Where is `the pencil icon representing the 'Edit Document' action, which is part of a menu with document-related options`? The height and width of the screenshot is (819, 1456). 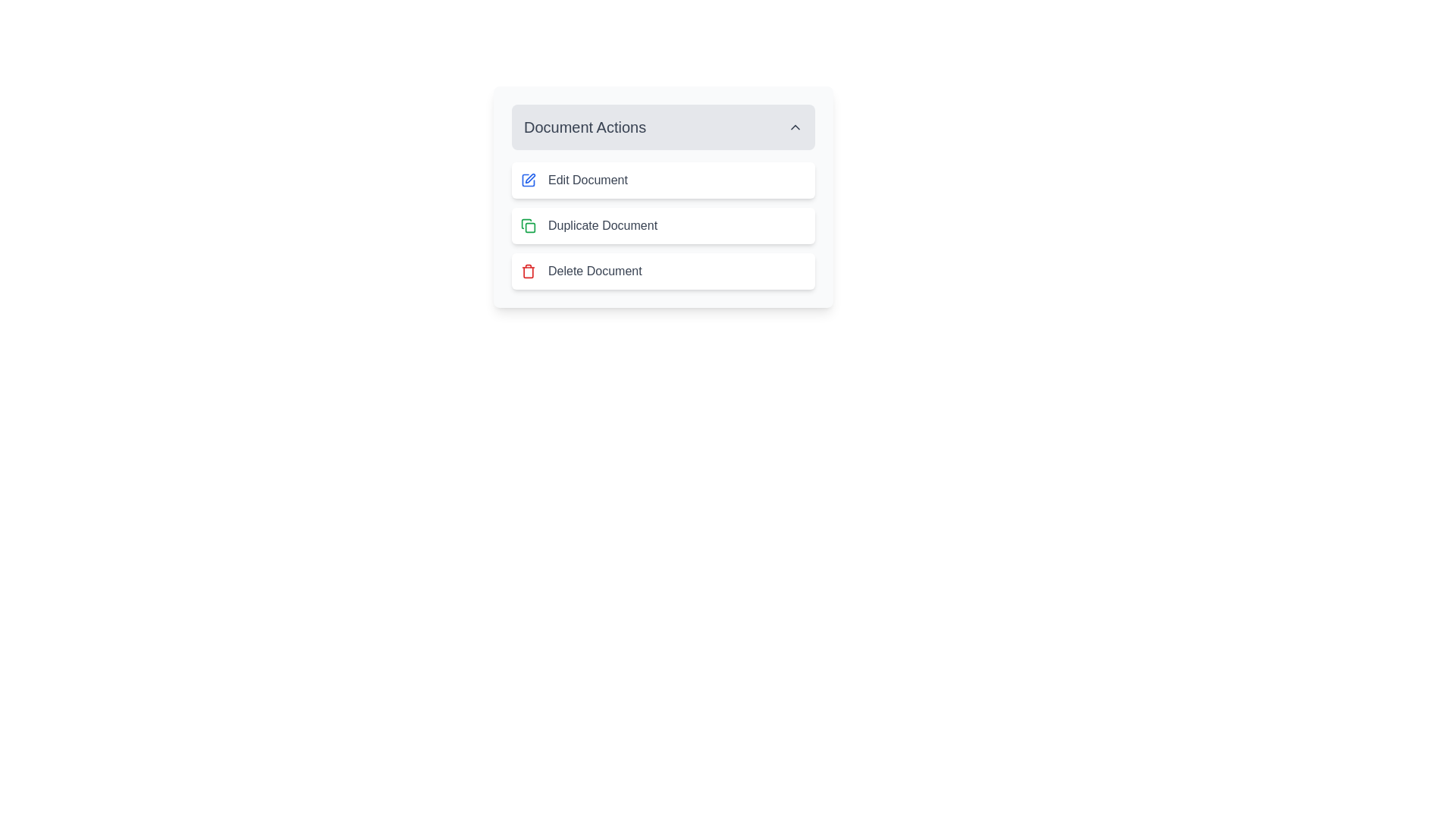 the pencil icon representing the 'Edit Document' action, which is part of a menu with document-related options is located at coordinates (528, 180).